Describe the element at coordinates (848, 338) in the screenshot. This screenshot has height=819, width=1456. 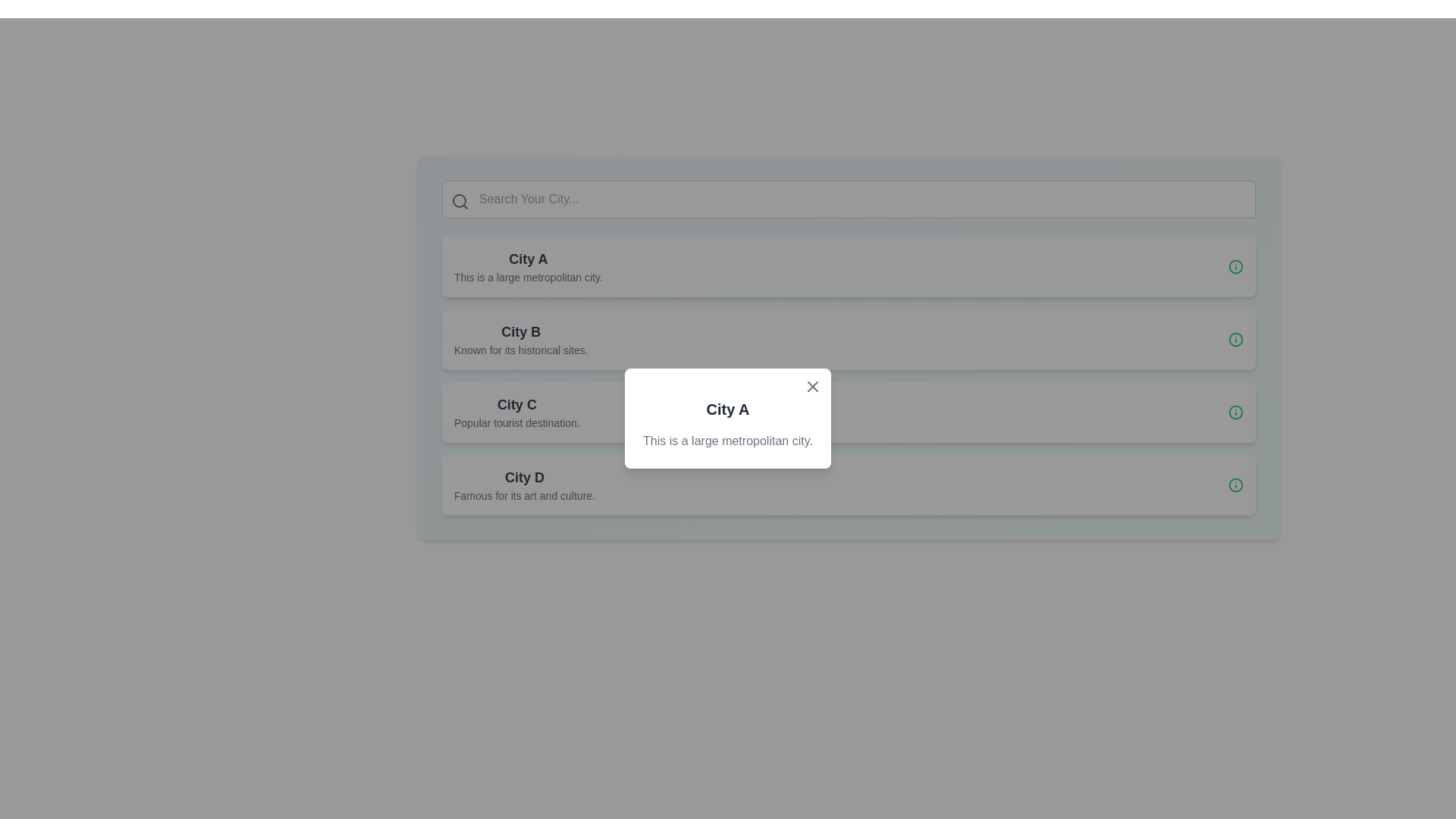
I see `the display card for 'City B', which provides information about its historical sites and is the second card in the list` at that location.